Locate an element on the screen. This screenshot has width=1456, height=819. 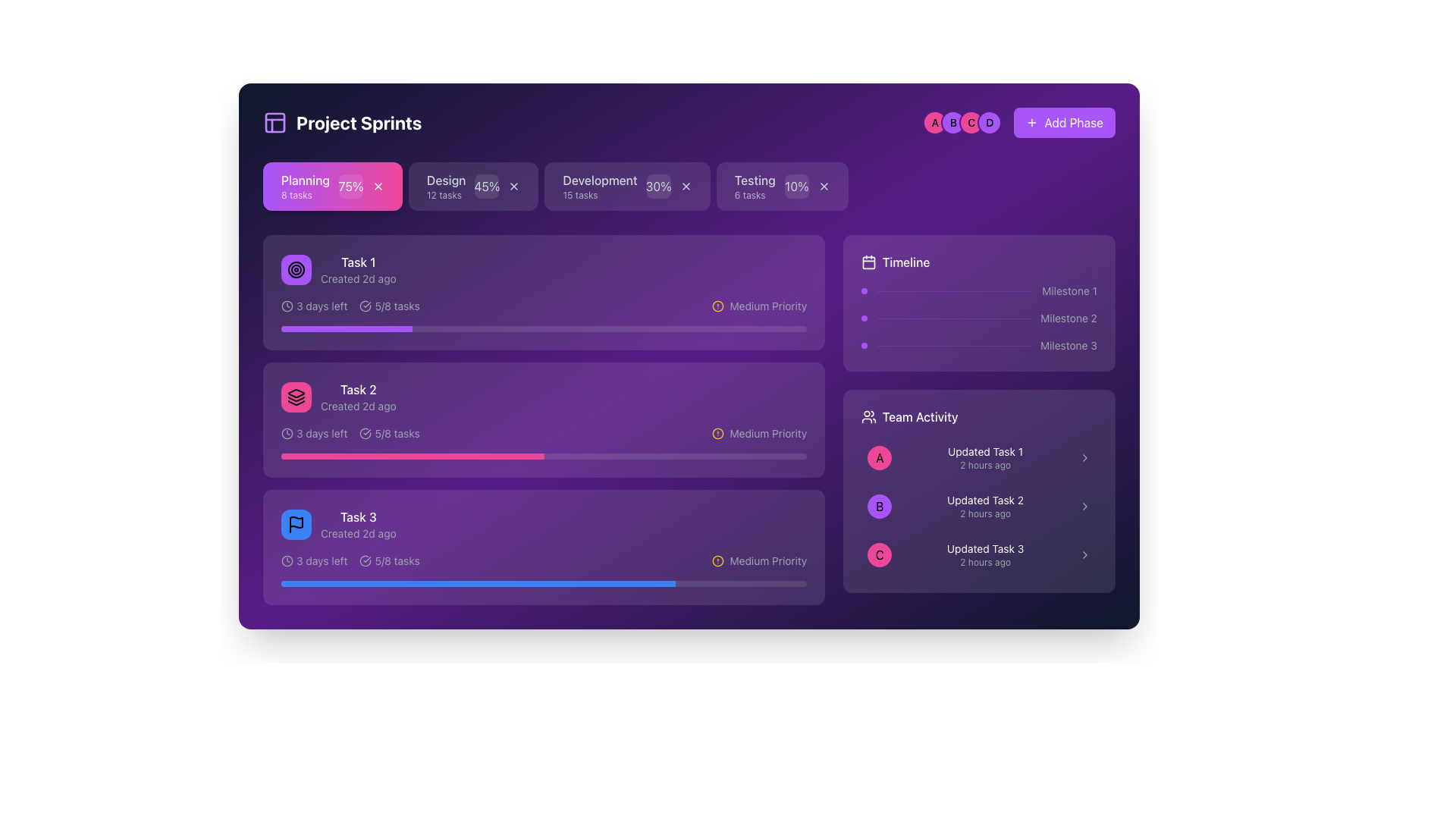
the SVG circle element is located at coordinates (717, 561).